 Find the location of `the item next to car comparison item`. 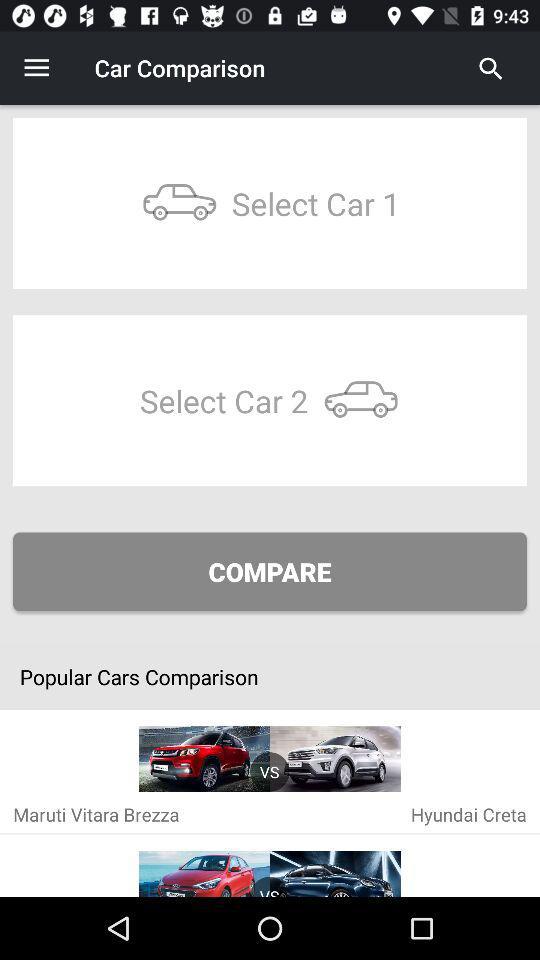

the item next to car comparison item is located at coordinates (36, 68).